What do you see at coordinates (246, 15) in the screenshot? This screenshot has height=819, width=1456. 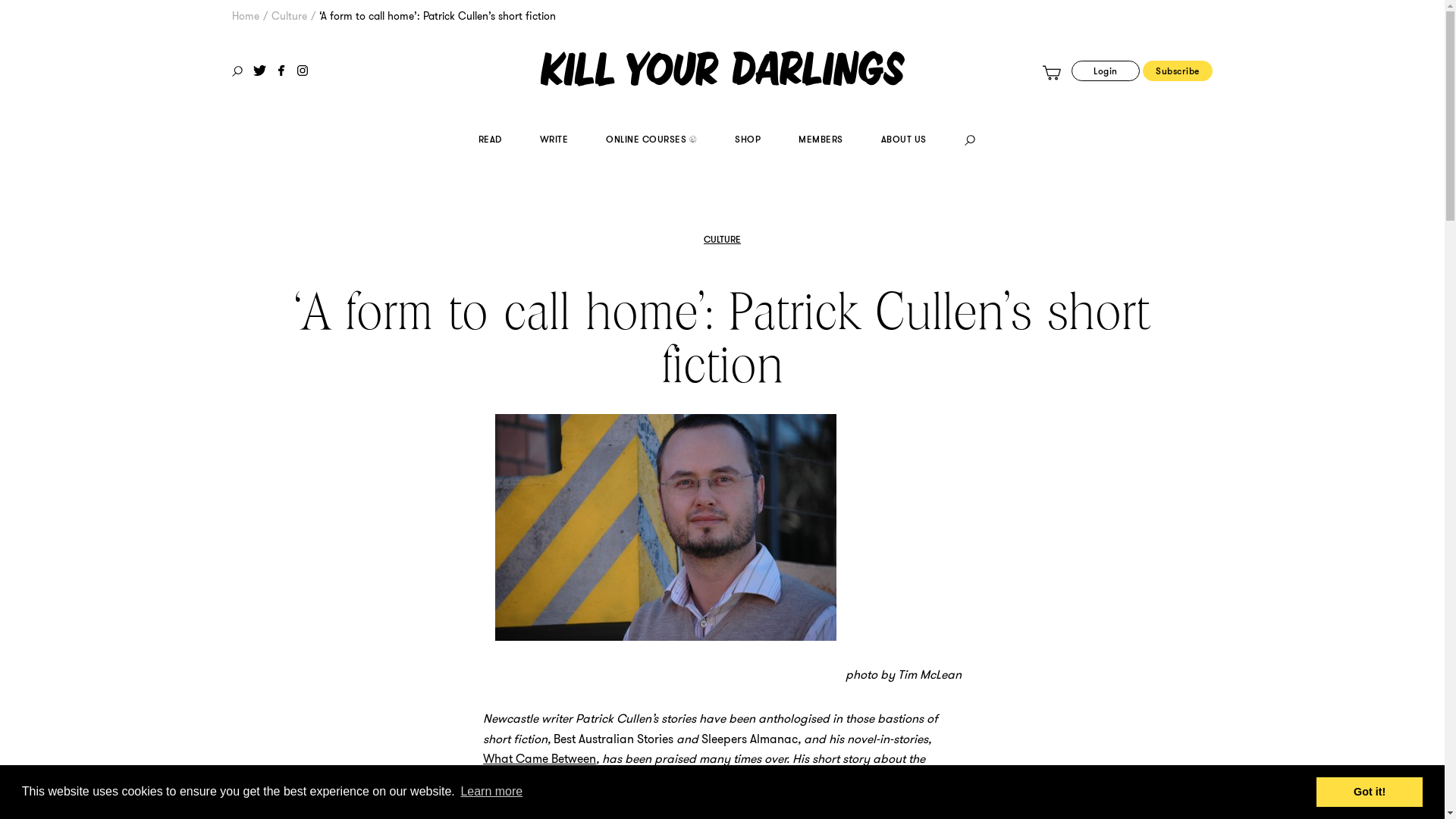 I see `'Home'` at bounding box center [246, 15].